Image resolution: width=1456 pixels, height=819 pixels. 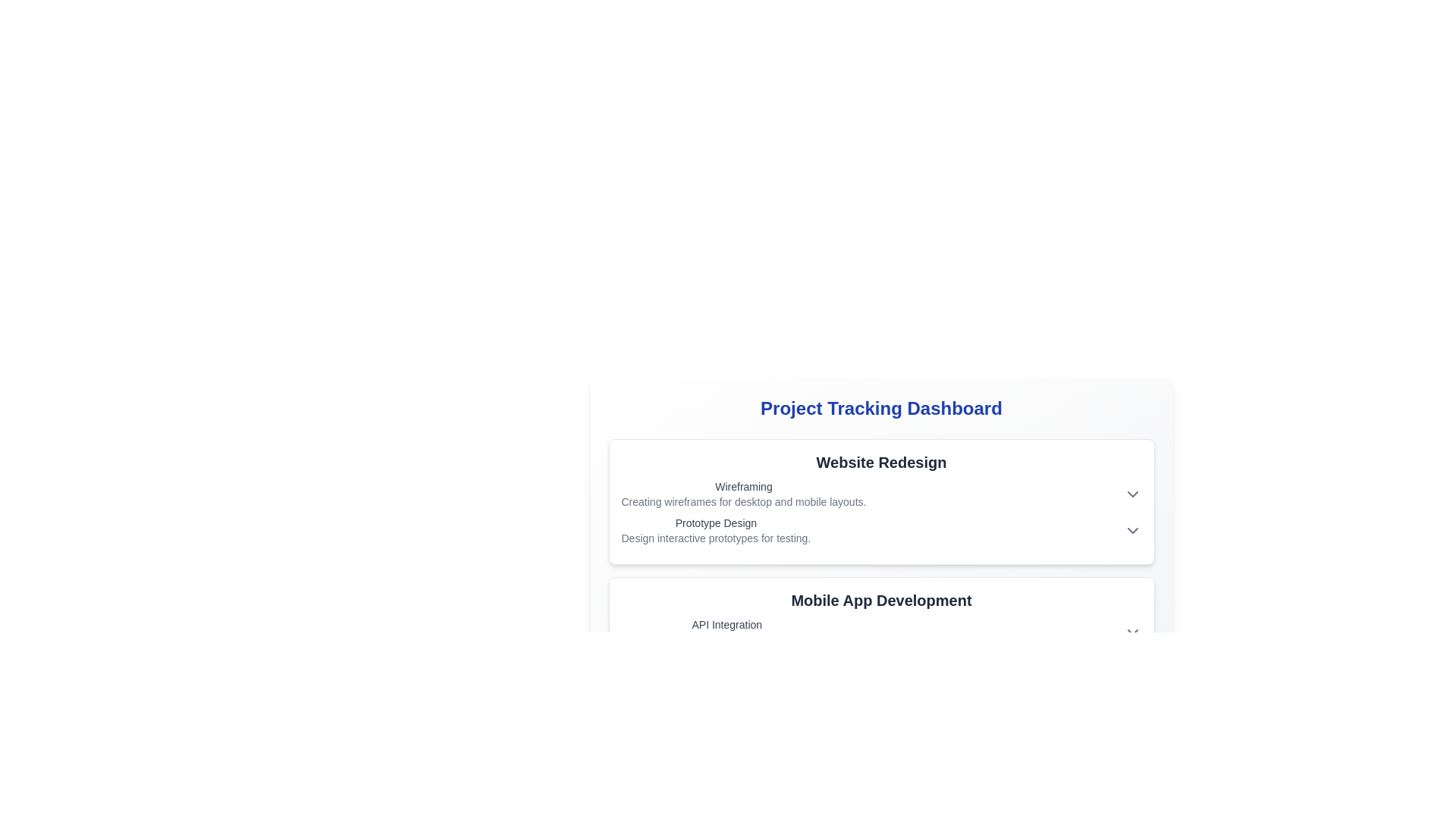 I want to click on the textual information block titled 'API Integration' which displays 'Connecting front-end and back-end services.', so click(x=726, y=632).